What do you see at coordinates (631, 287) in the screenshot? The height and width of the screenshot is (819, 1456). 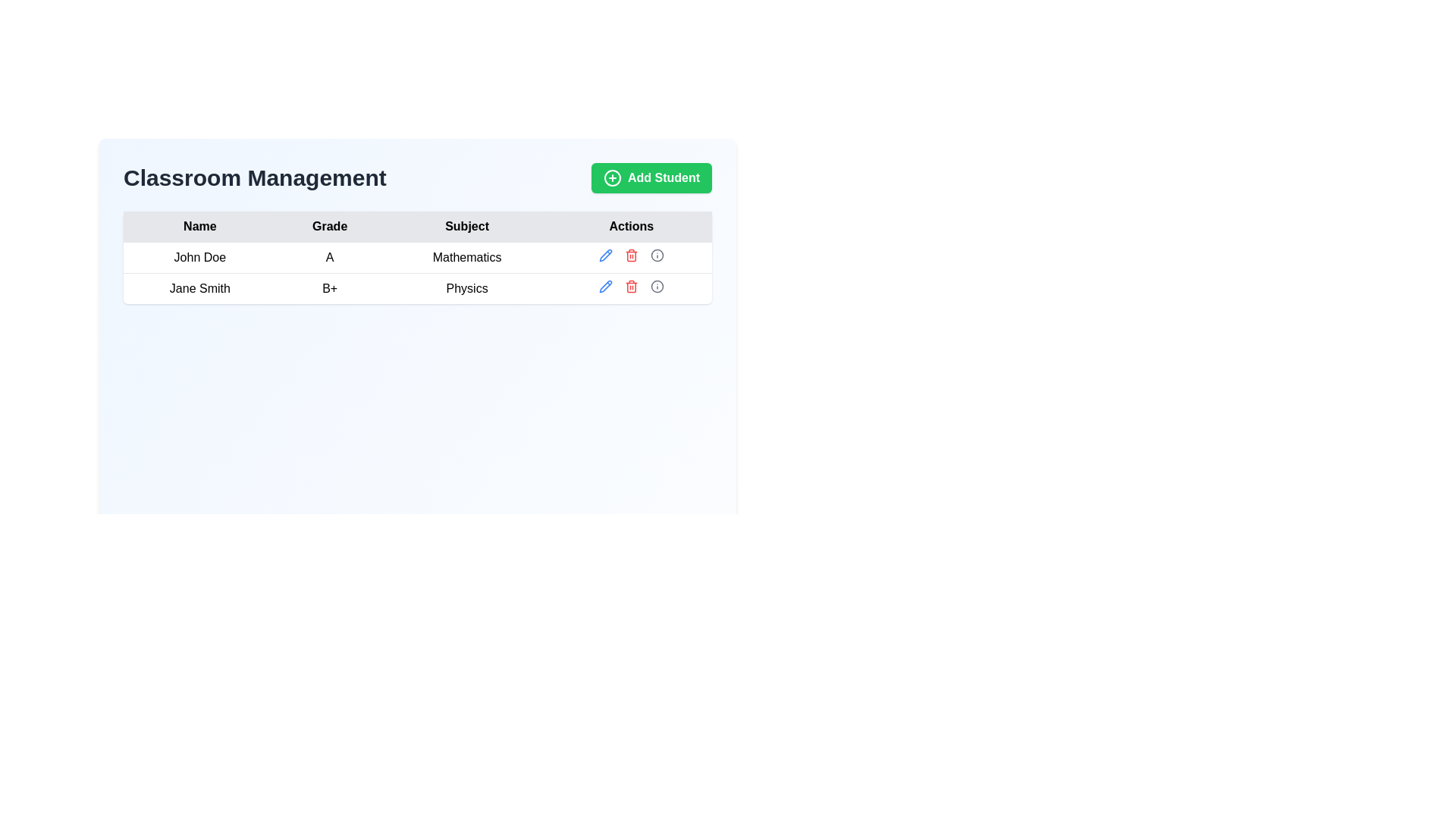 I see `the red trash bin icon in the 'Actions' column of the second row associated with 'Jane Smith, B+, Physics'` at bounding box center [631, 287].